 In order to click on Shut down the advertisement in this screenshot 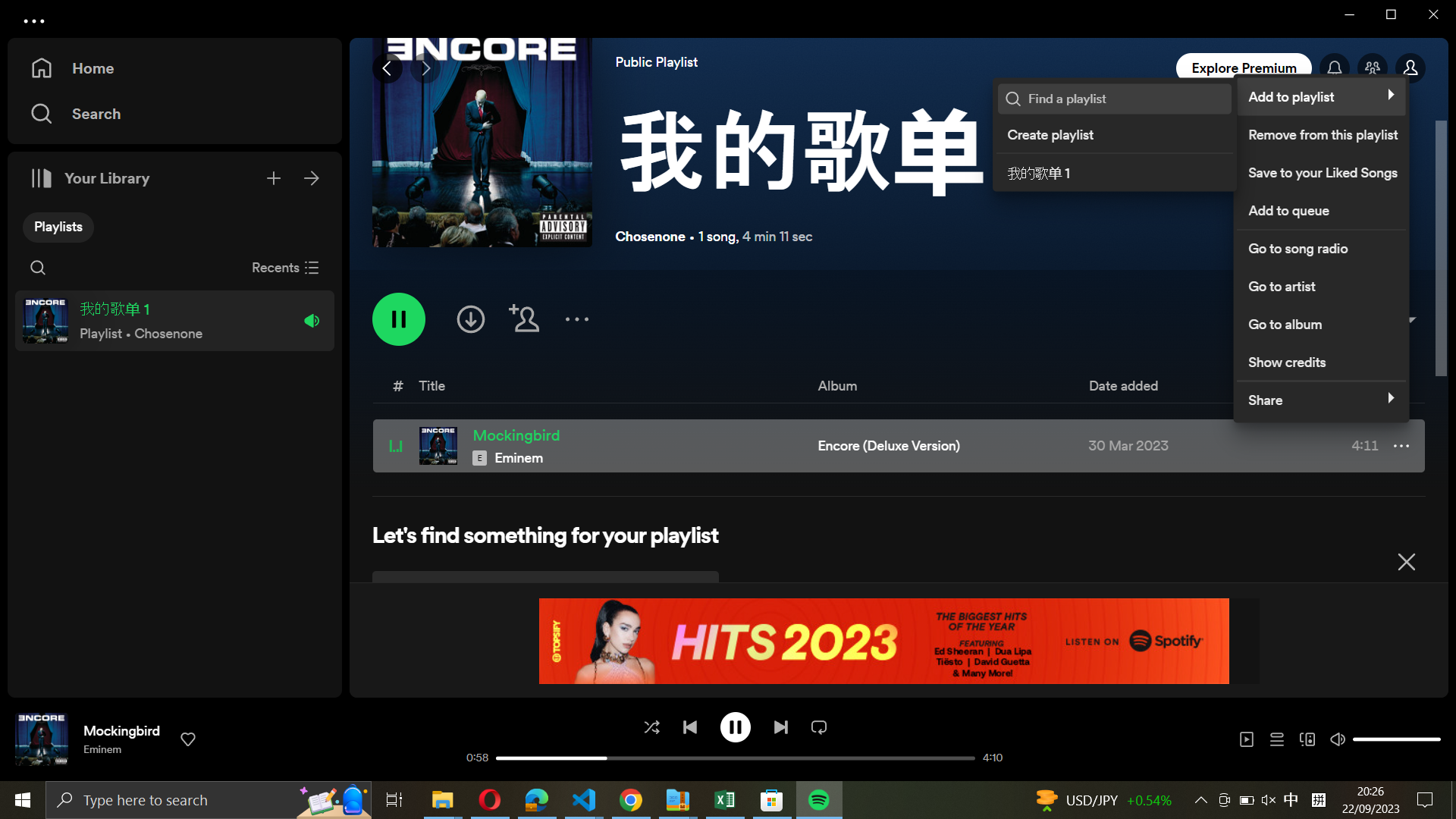, I will do `click(1405, 559)`.